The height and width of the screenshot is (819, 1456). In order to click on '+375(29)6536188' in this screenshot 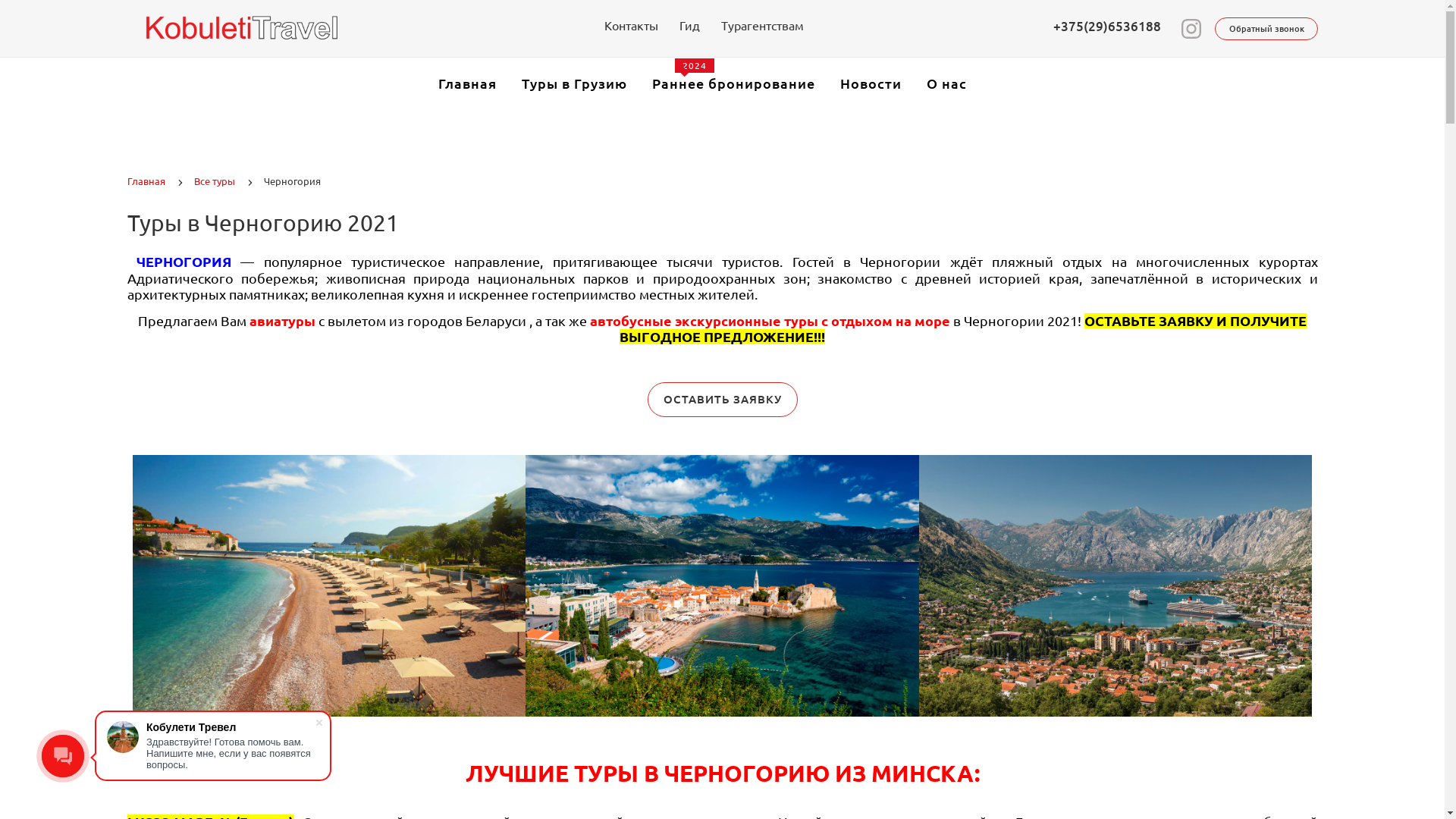, I will do `click(1106, 26)`.